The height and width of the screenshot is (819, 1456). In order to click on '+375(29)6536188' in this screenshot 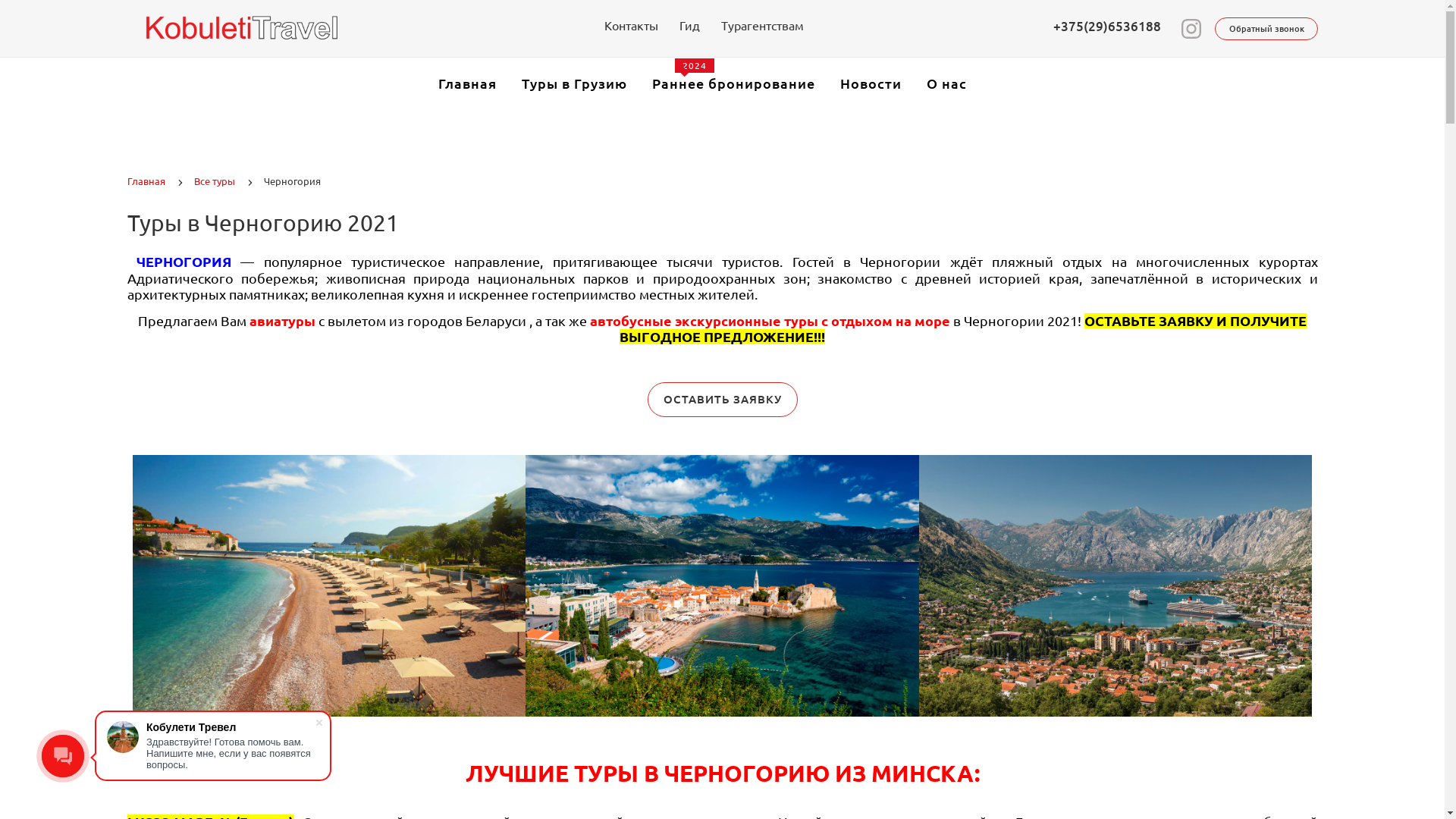, I will do `click(1106, 26)`.